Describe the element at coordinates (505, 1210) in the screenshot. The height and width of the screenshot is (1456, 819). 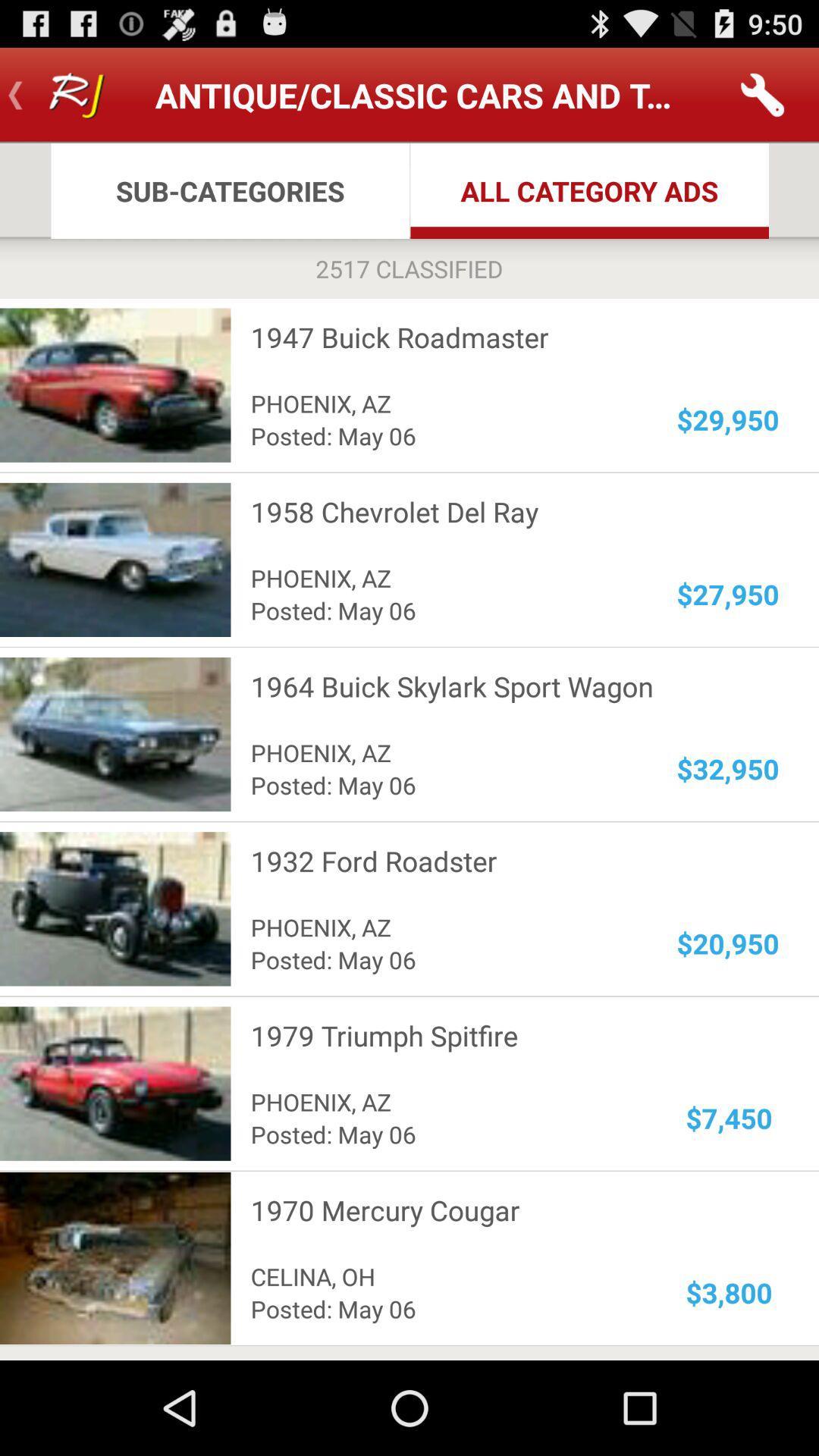
I see `app below the posted: may 06 icon` at that location.